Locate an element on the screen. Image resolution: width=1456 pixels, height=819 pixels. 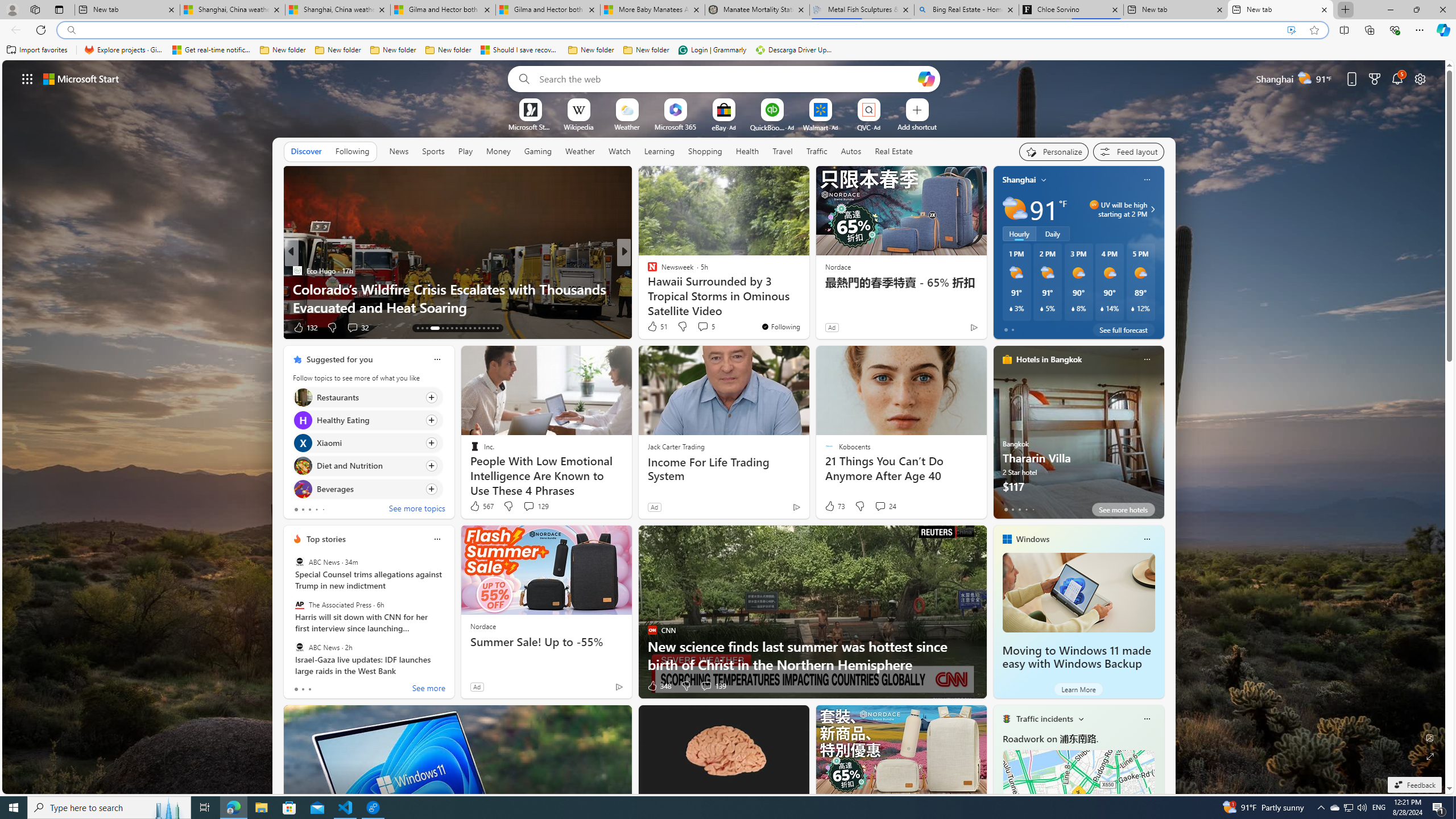
'Edit Background' is located at coordinates (1430, 737).